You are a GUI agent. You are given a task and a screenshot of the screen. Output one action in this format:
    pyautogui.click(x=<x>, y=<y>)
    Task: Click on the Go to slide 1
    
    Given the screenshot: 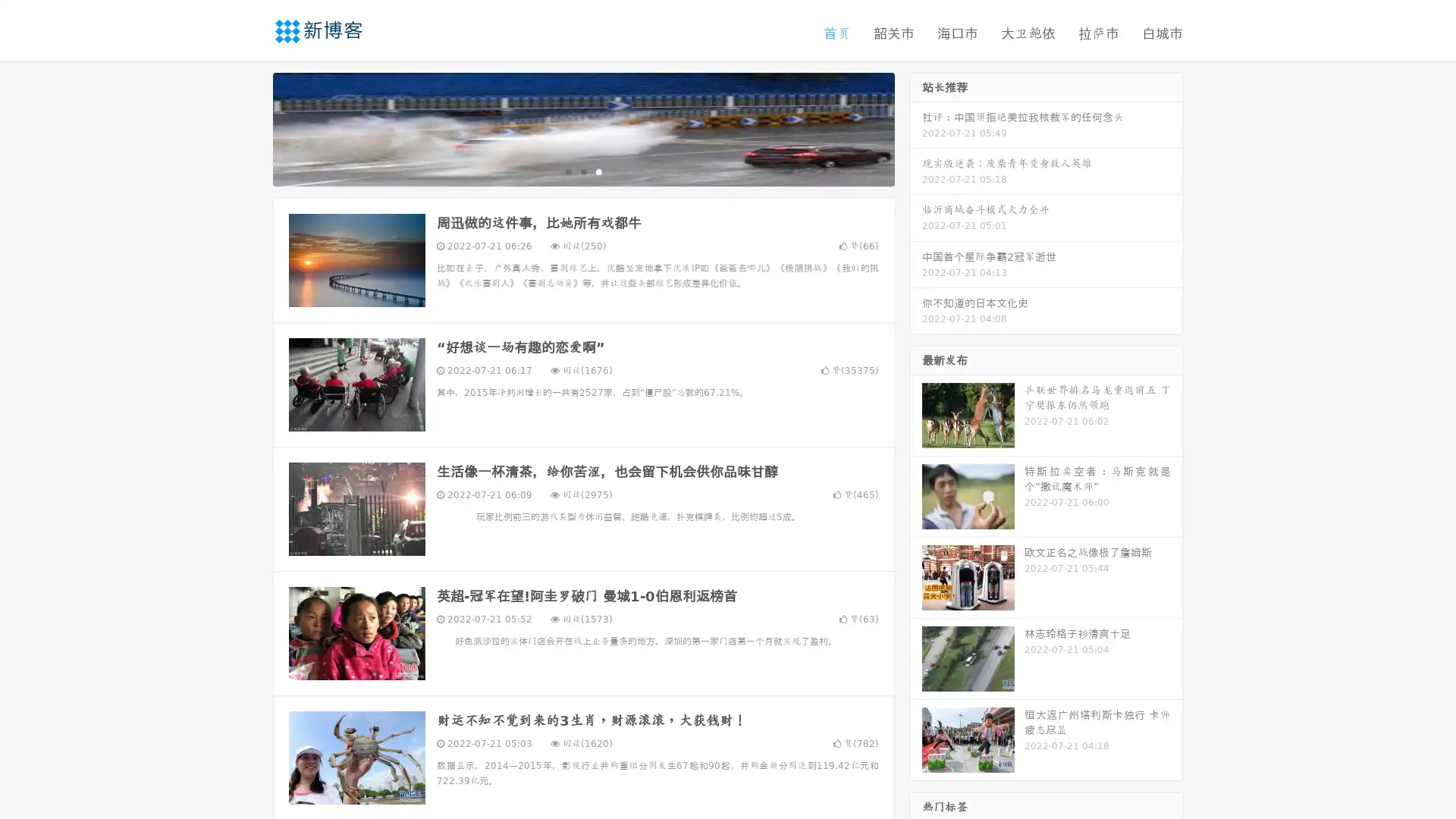 What is the action you would take?
    pyautogui.click(x=567, y=171)
    